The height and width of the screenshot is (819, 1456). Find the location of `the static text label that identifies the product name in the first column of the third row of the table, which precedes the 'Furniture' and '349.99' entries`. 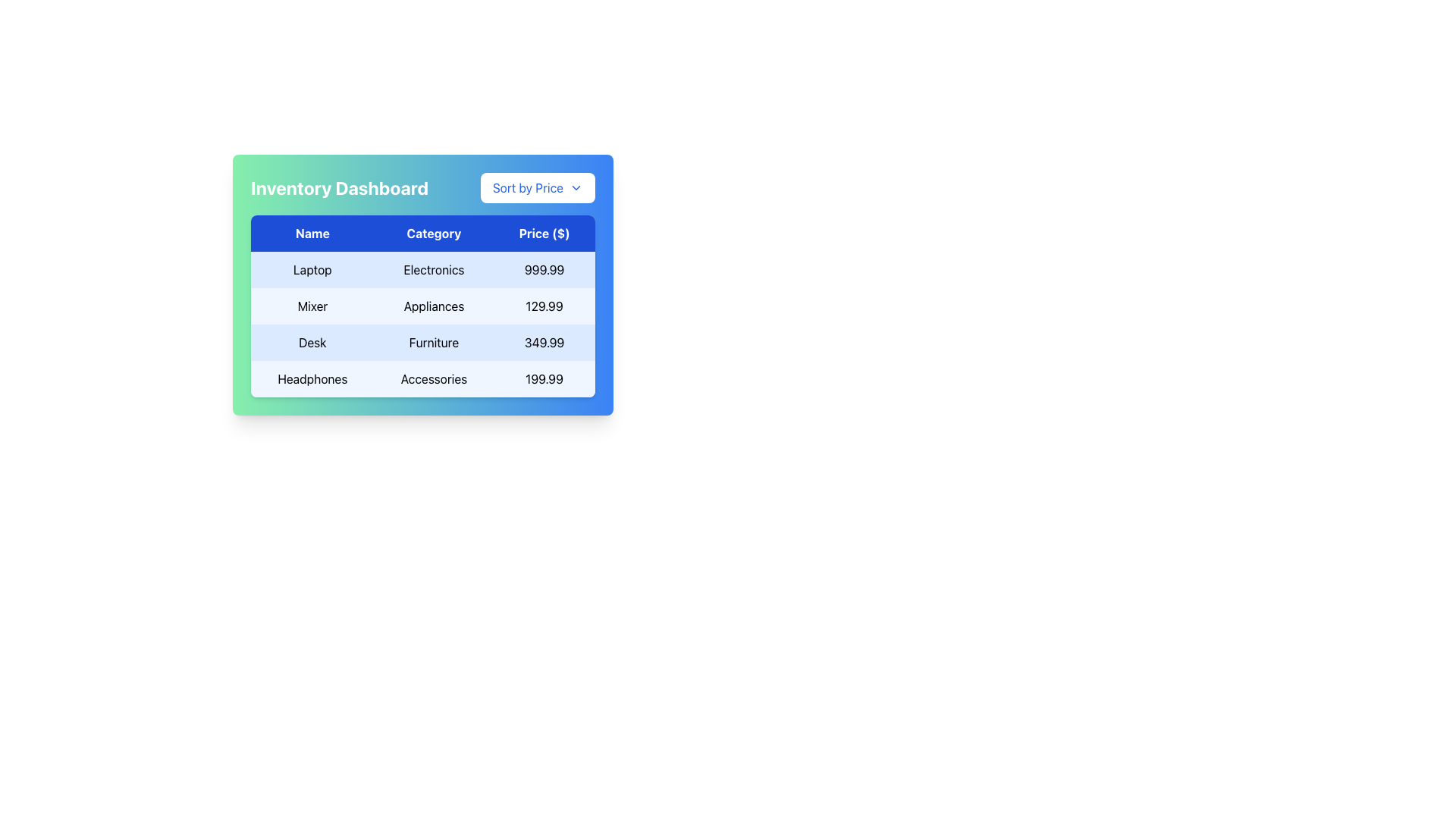

the static text label that identifies the product name in the first column of the third row of the table, which precedes the 'Furniture' and '349.99' entries is located at coordinates (312, 342).